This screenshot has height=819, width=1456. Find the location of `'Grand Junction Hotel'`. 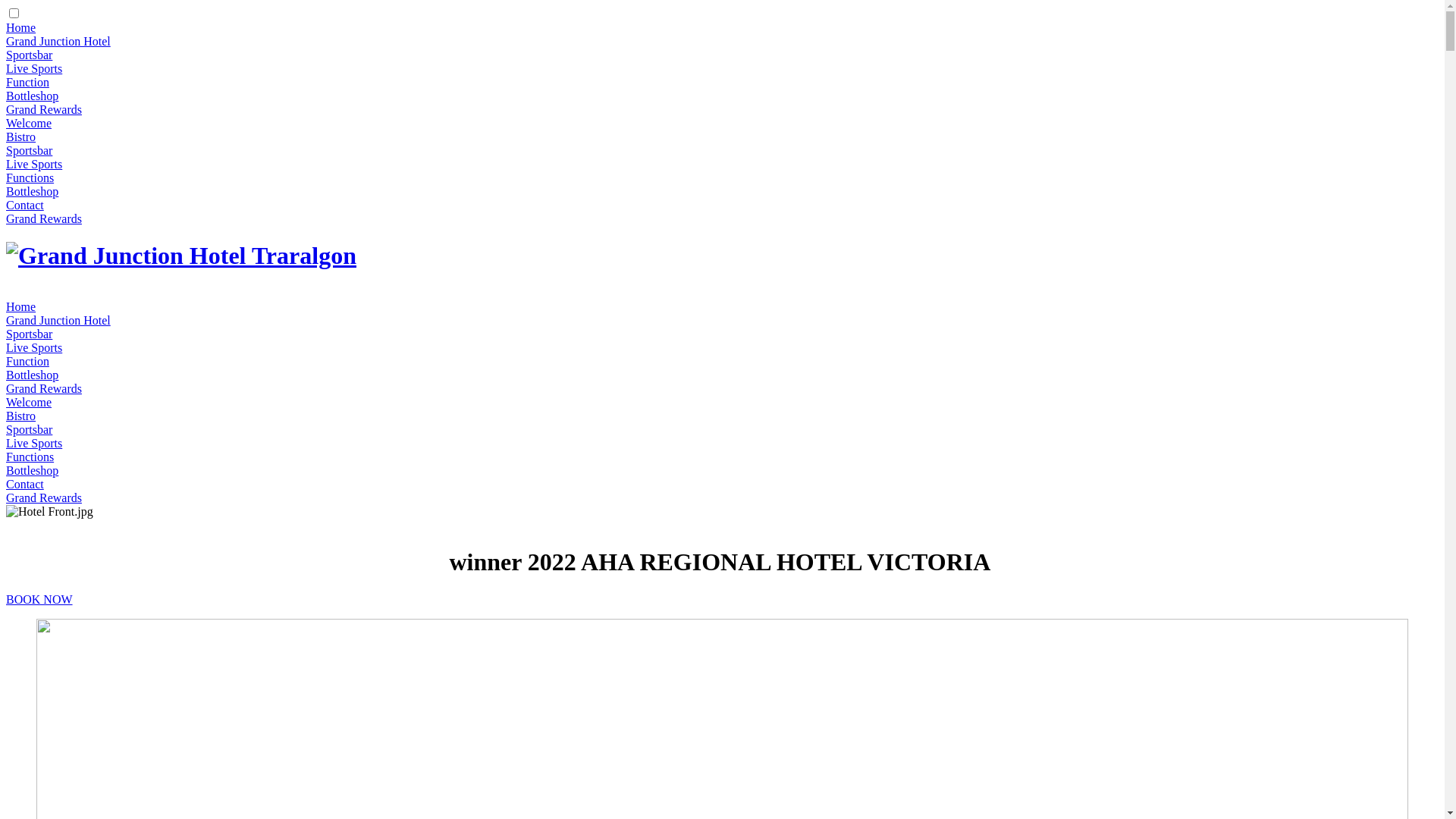

'Grand Junction Hotel' is located at coordinates (58, 40).